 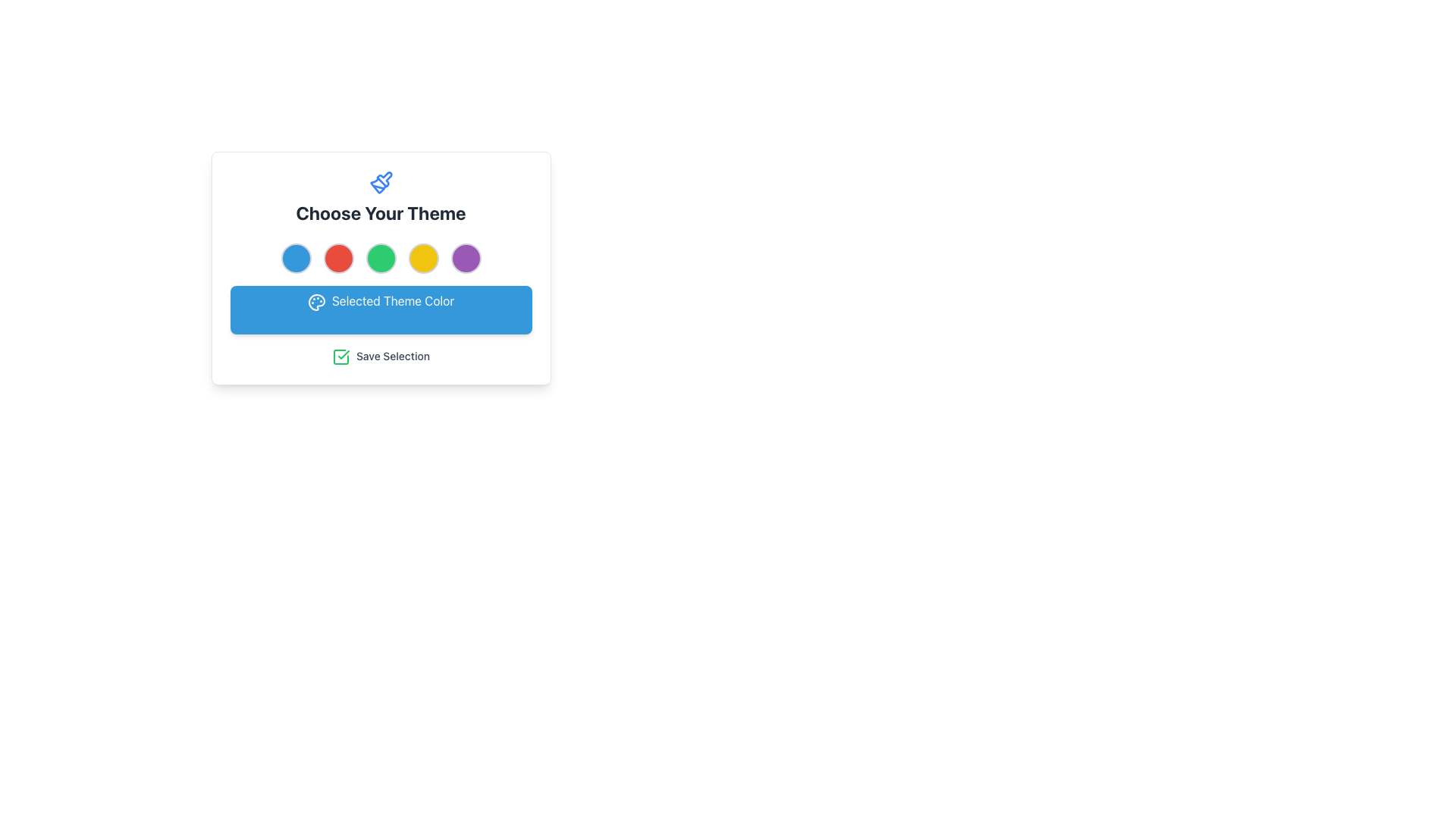 I want to click on the bold text label displaying 'Choose Your Theme', which is styled with a darker gray font and located below a paintbrush icon in the center of the interface, so click(x=381, y=213).